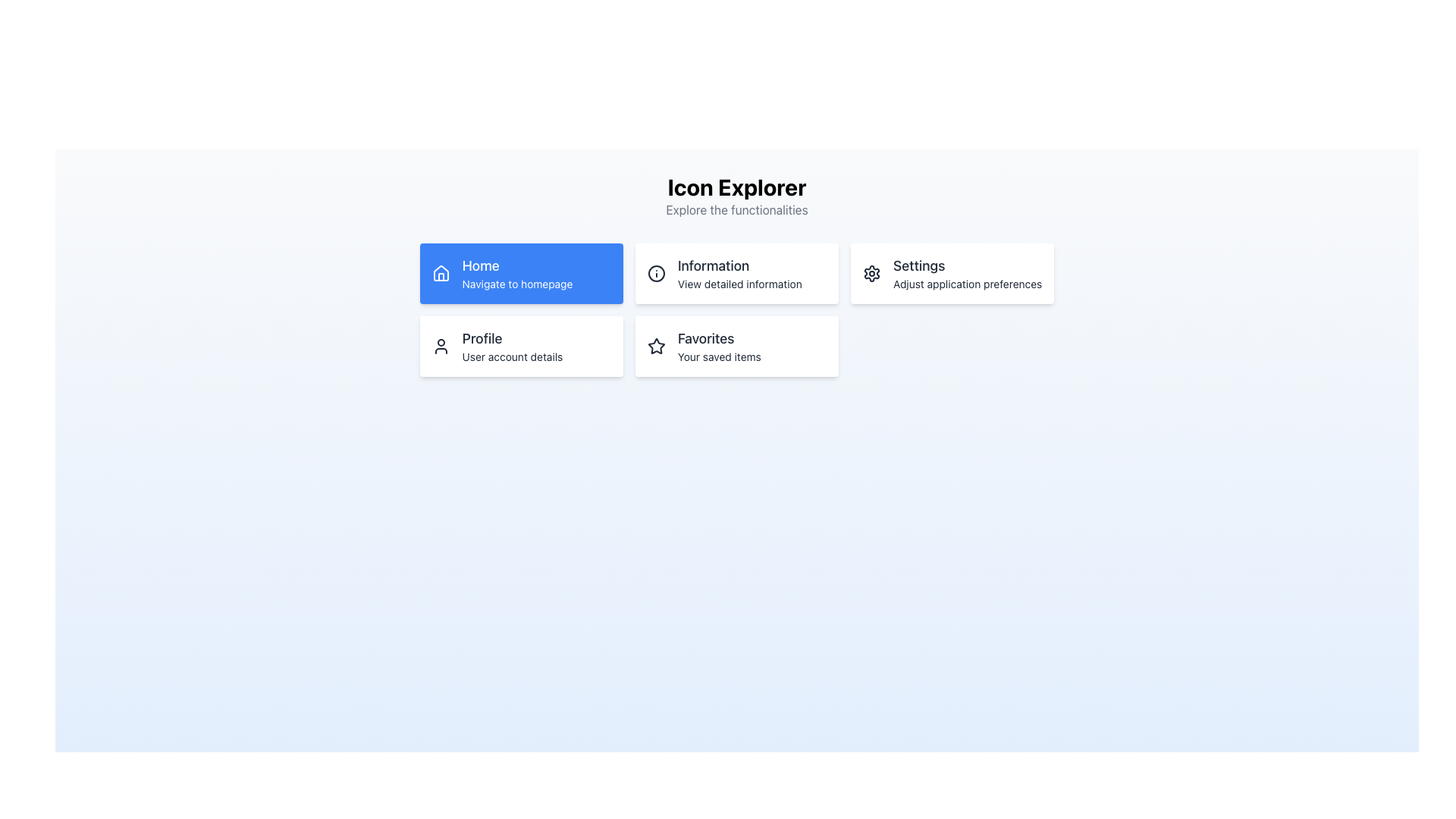  What do you see at coordinates (656, 346) in the screenshot?
I see `the star-like icon in the 'Favorites' section located in the bottom-right cell of the grid, which has a white fill and a dark outline` at bounding box center [656, 346].